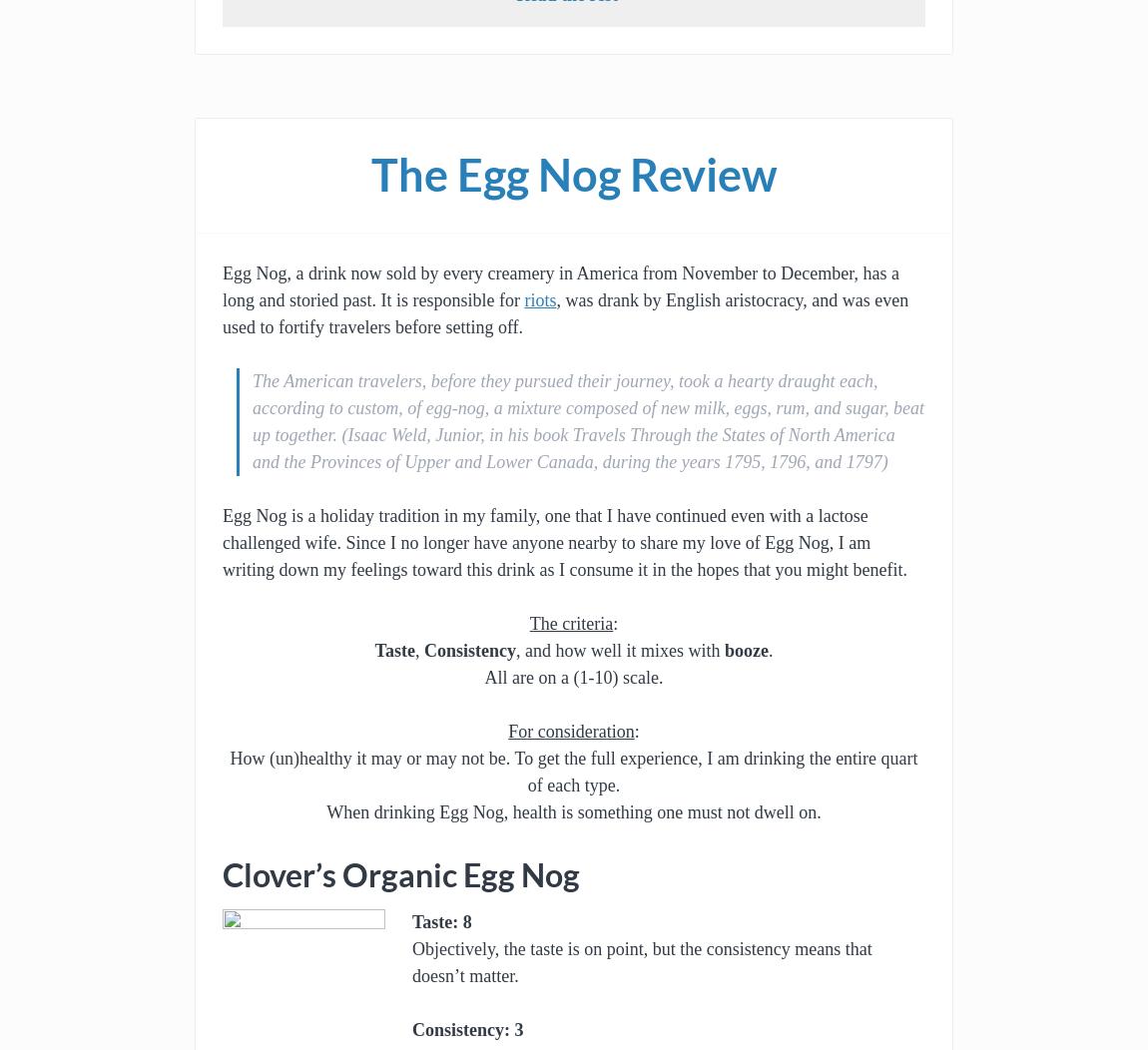  What do you see at coordinates (529, 623) in the screenshot?
I see `'The criteria'` at bounding box center [529, 623].